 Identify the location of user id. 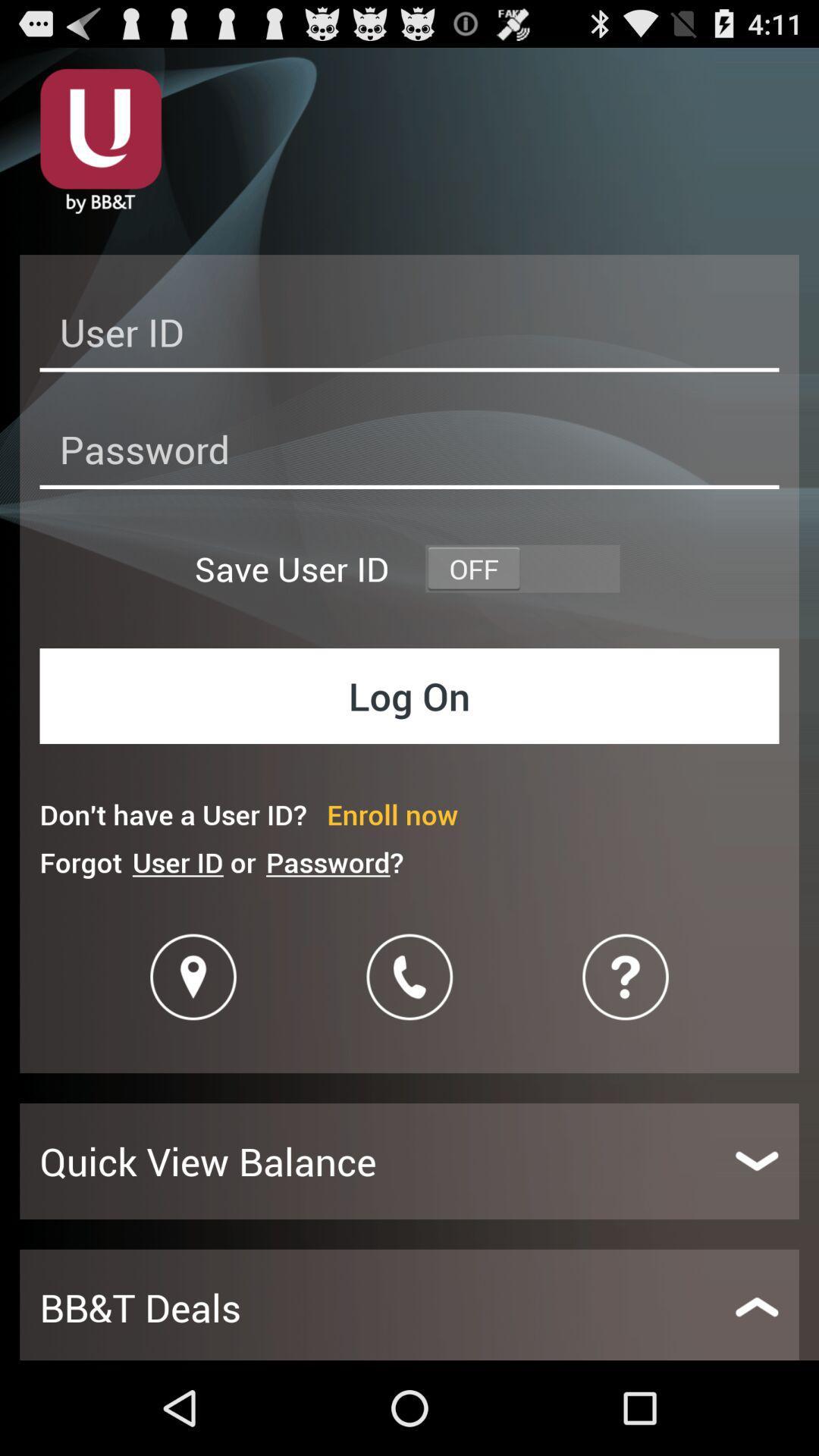
(409, 336).